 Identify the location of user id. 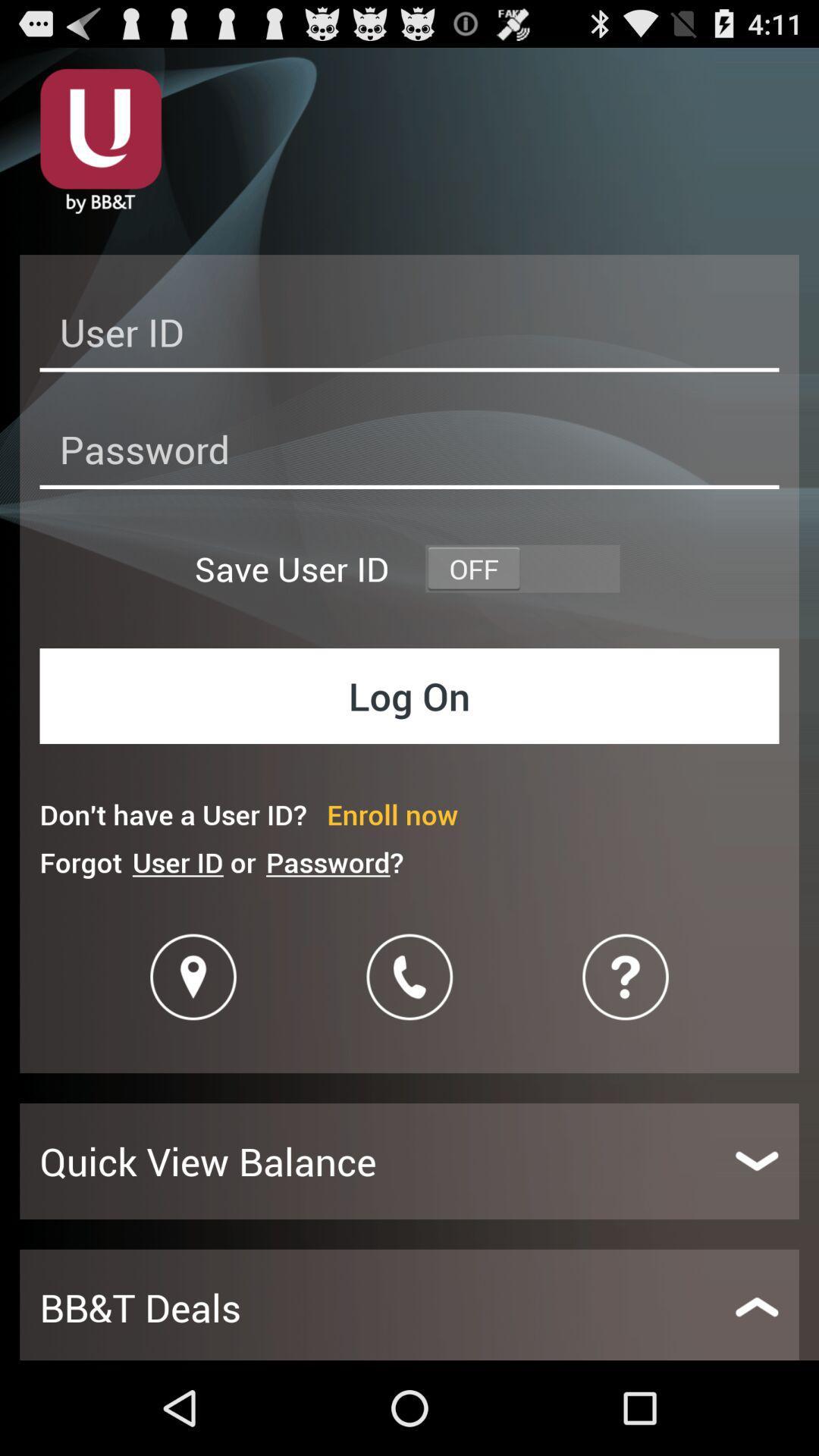
(409, 336).